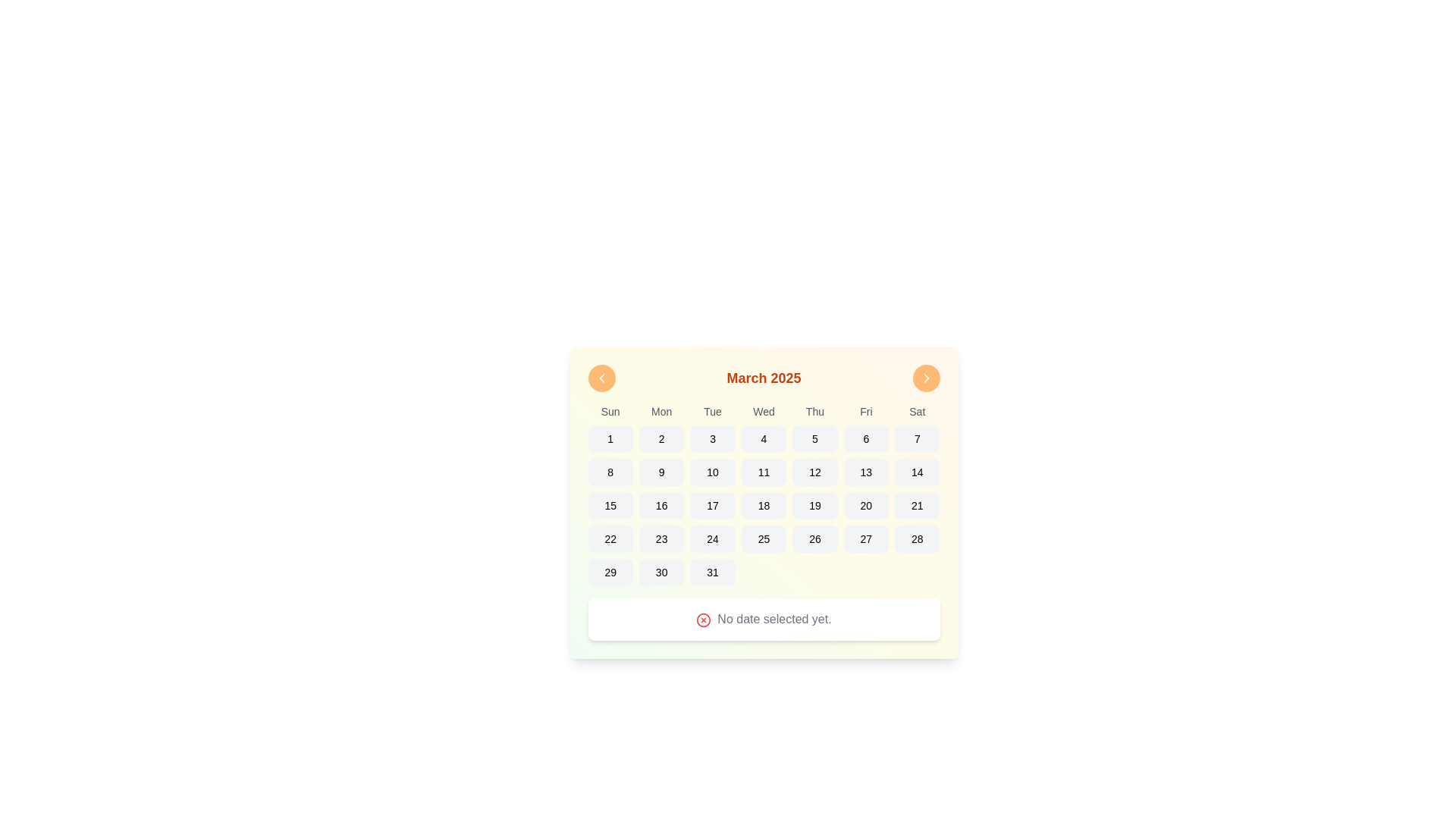  What do you see at coordinates (610, 472) in the screenshot?
I see `the button labeled '8' in the calendar grid` at bounding box center [610, 472].